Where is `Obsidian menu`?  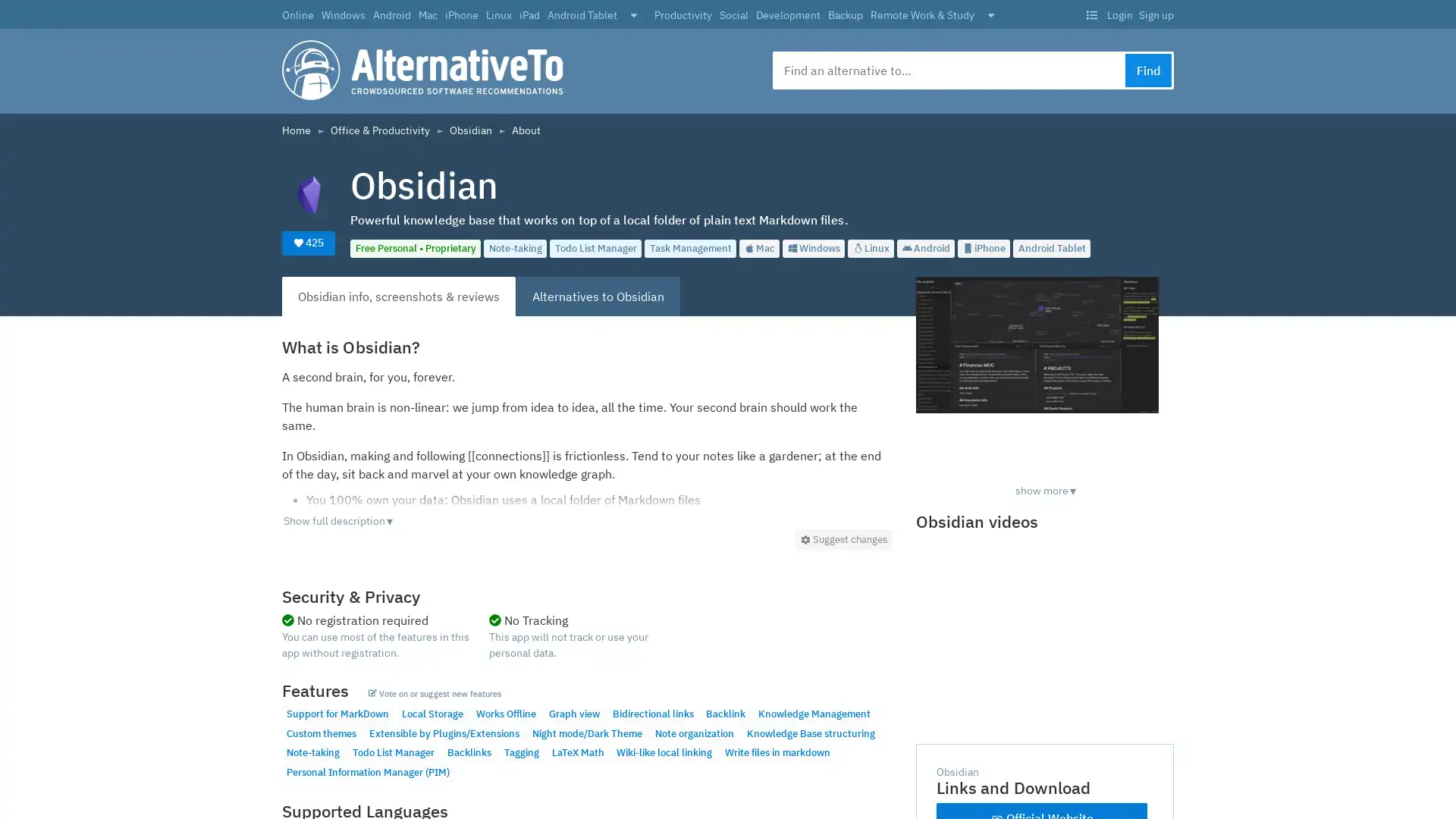
Obsidian menu is located at coordinates (843, 538).